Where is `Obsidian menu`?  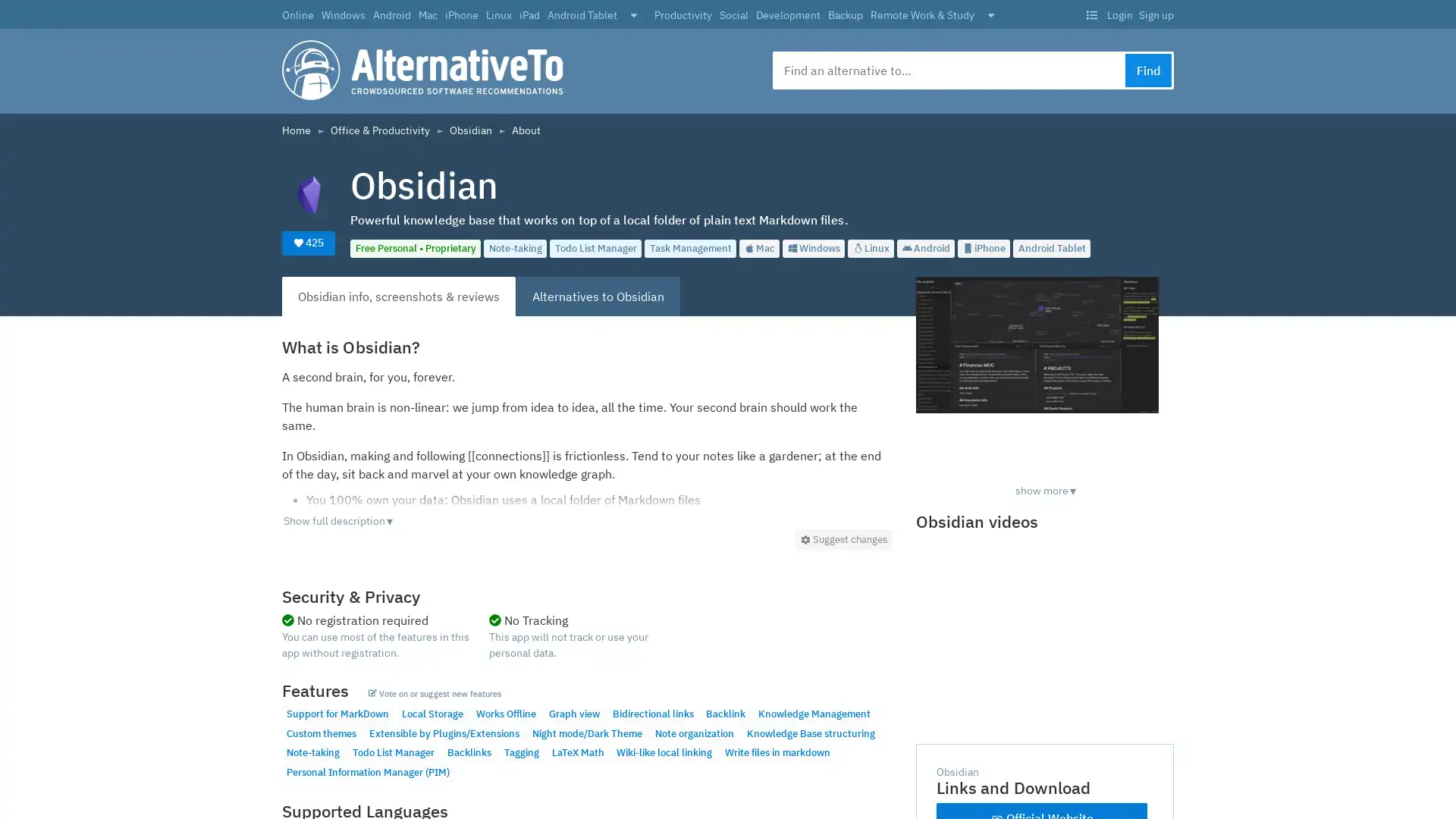
Obsidian menu is located at coordinates (843, 538).